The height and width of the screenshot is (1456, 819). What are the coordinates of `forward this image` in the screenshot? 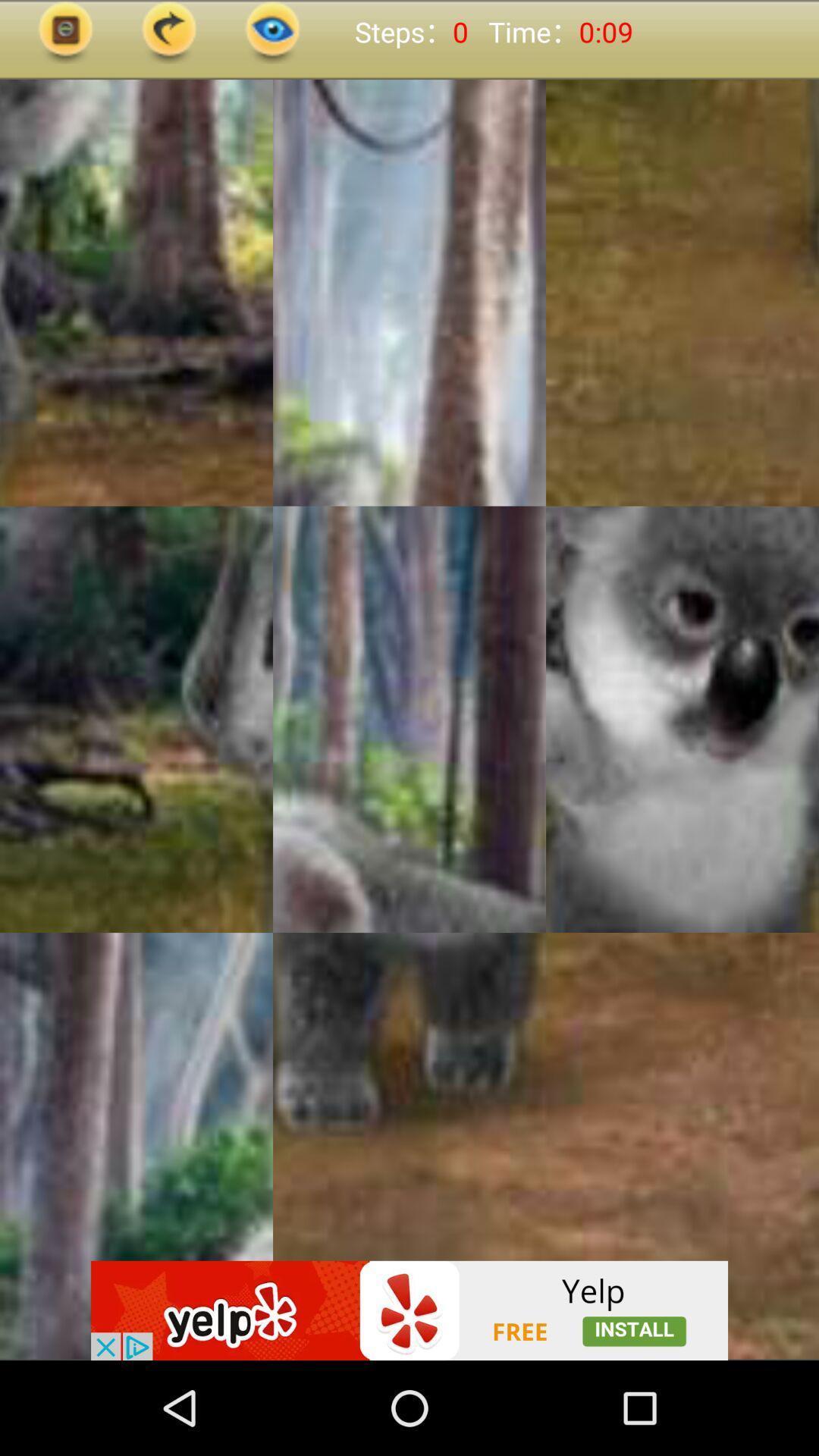 It's located at (169, 32).